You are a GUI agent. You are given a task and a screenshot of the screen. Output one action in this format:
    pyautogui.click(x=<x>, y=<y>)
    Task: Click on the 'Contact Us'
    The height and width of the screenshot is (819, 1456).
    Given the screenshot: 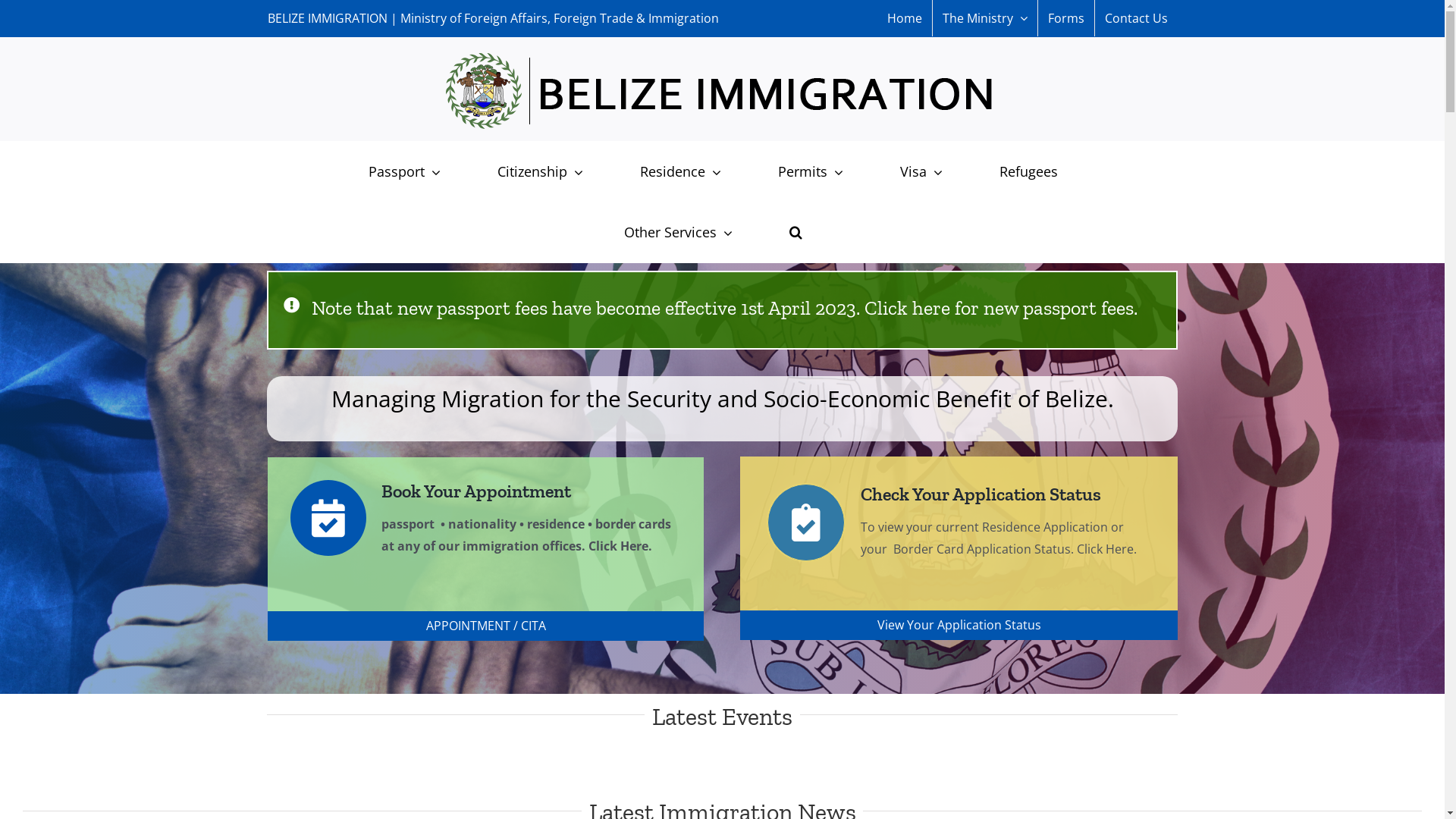 What is the action you would take?
    pyautogui.click(x=1136, y=17)
    